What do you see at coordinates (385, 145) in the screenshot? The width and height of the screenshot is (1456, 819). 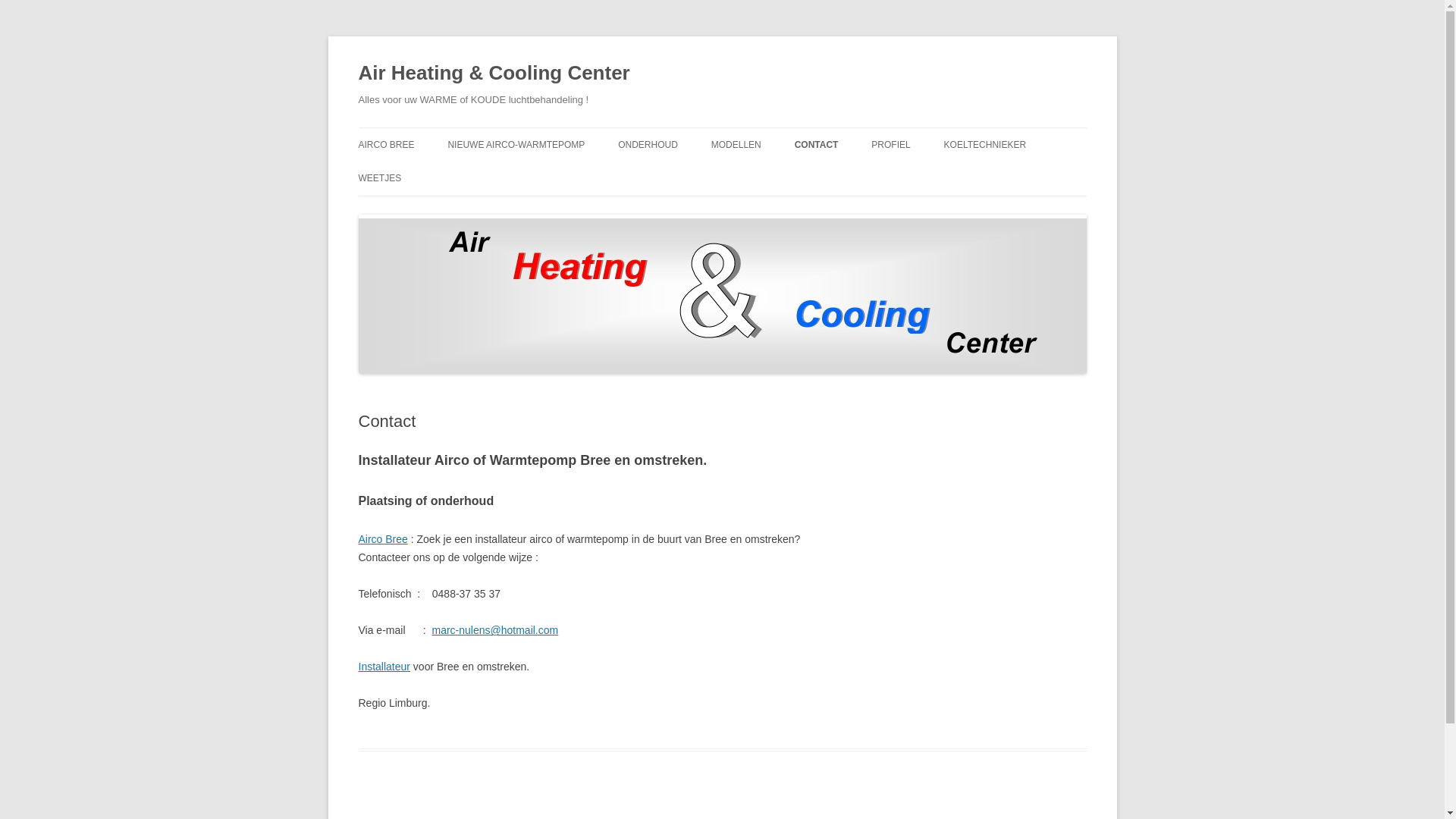 I see `'AIRCO BREE'` at bounding box center [385, 145].